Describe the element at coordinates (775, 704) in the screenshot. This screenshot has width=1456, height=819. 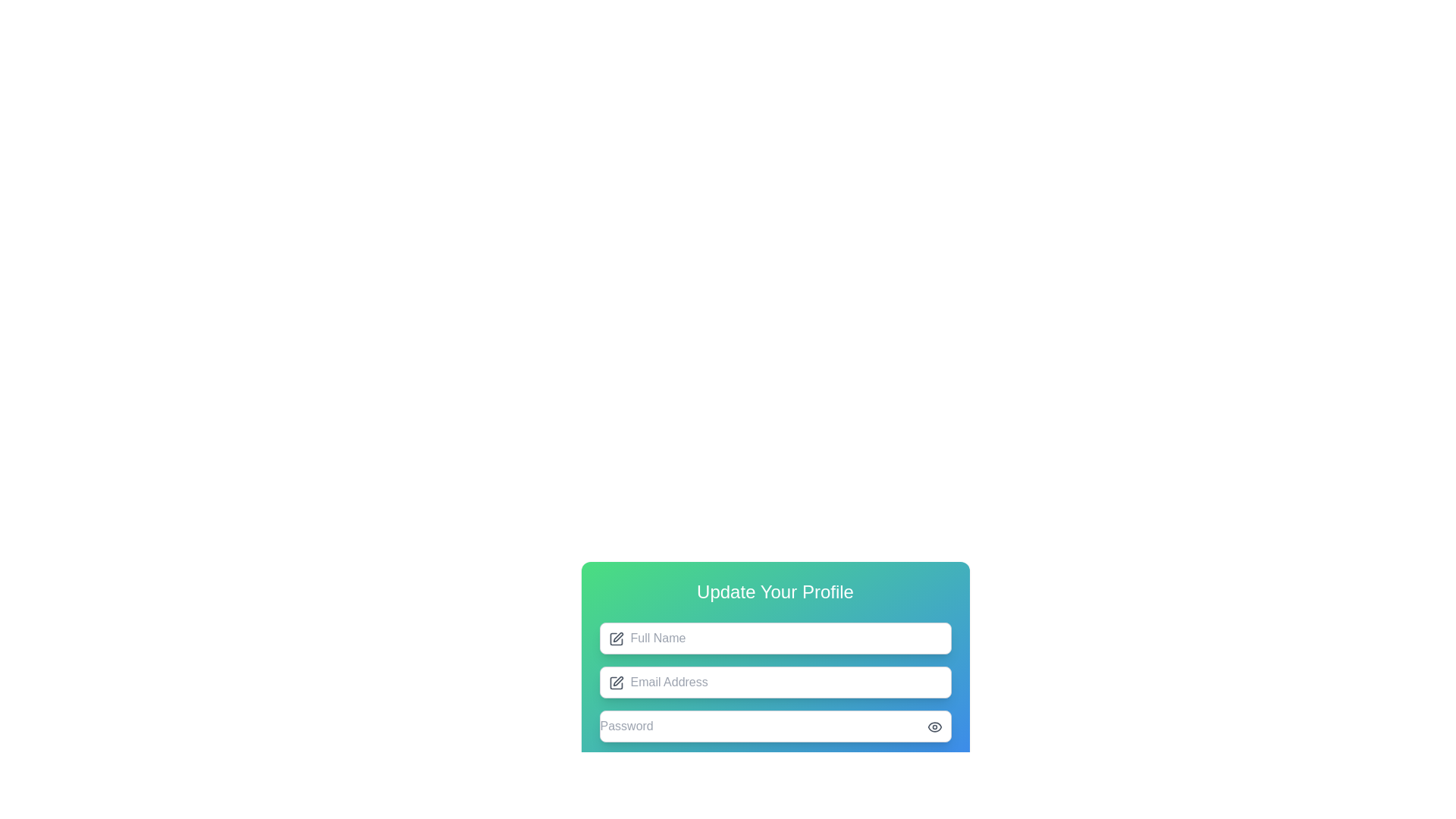
I see `the email input field, which is the second of three vertically aligned fields` at that location.